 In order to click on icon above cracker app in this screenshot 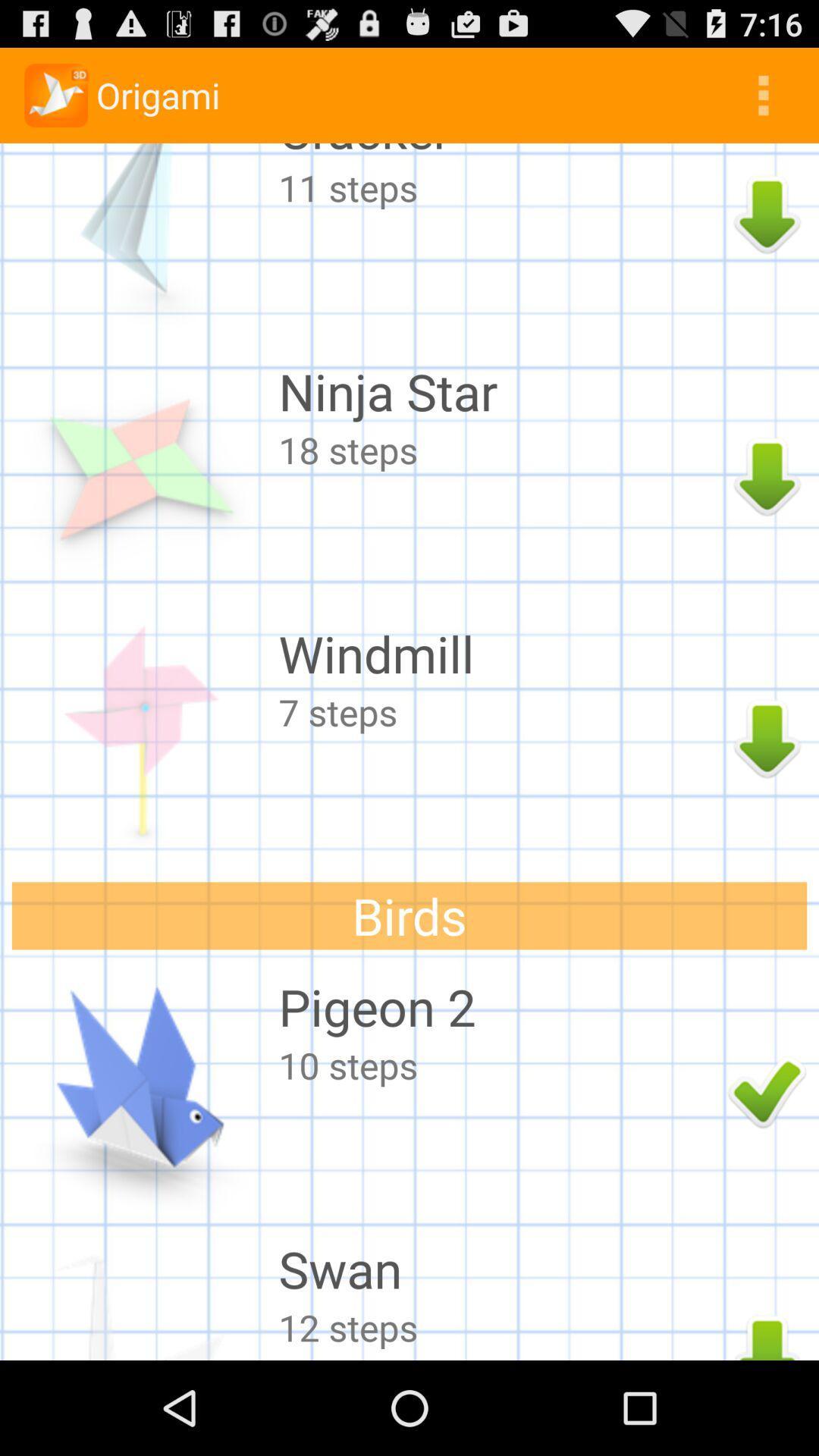, I will do `click(763, 94)`.